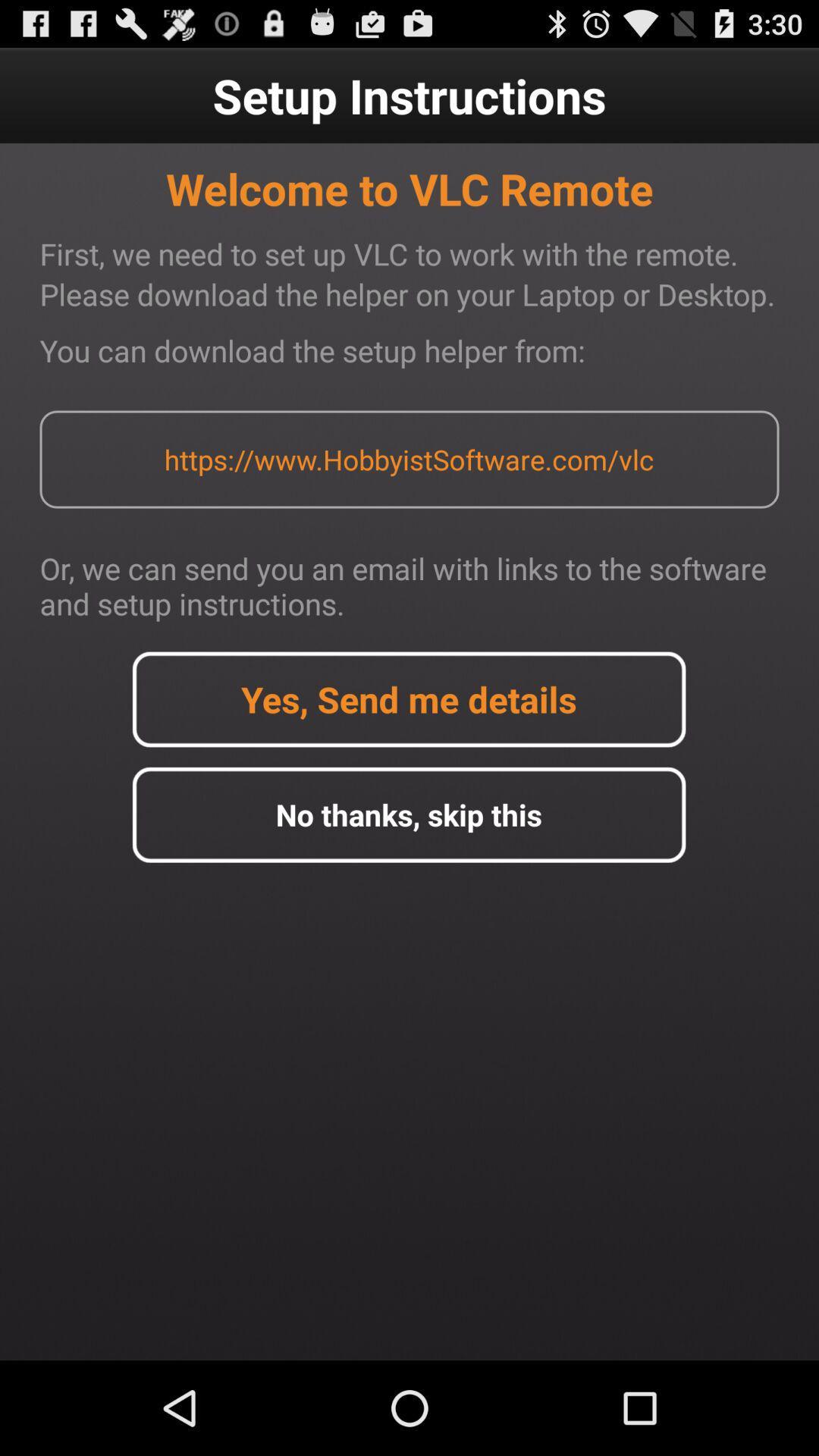 This screenshot has height=1456, width=819. I want to click on detail option, so click(408, 698).